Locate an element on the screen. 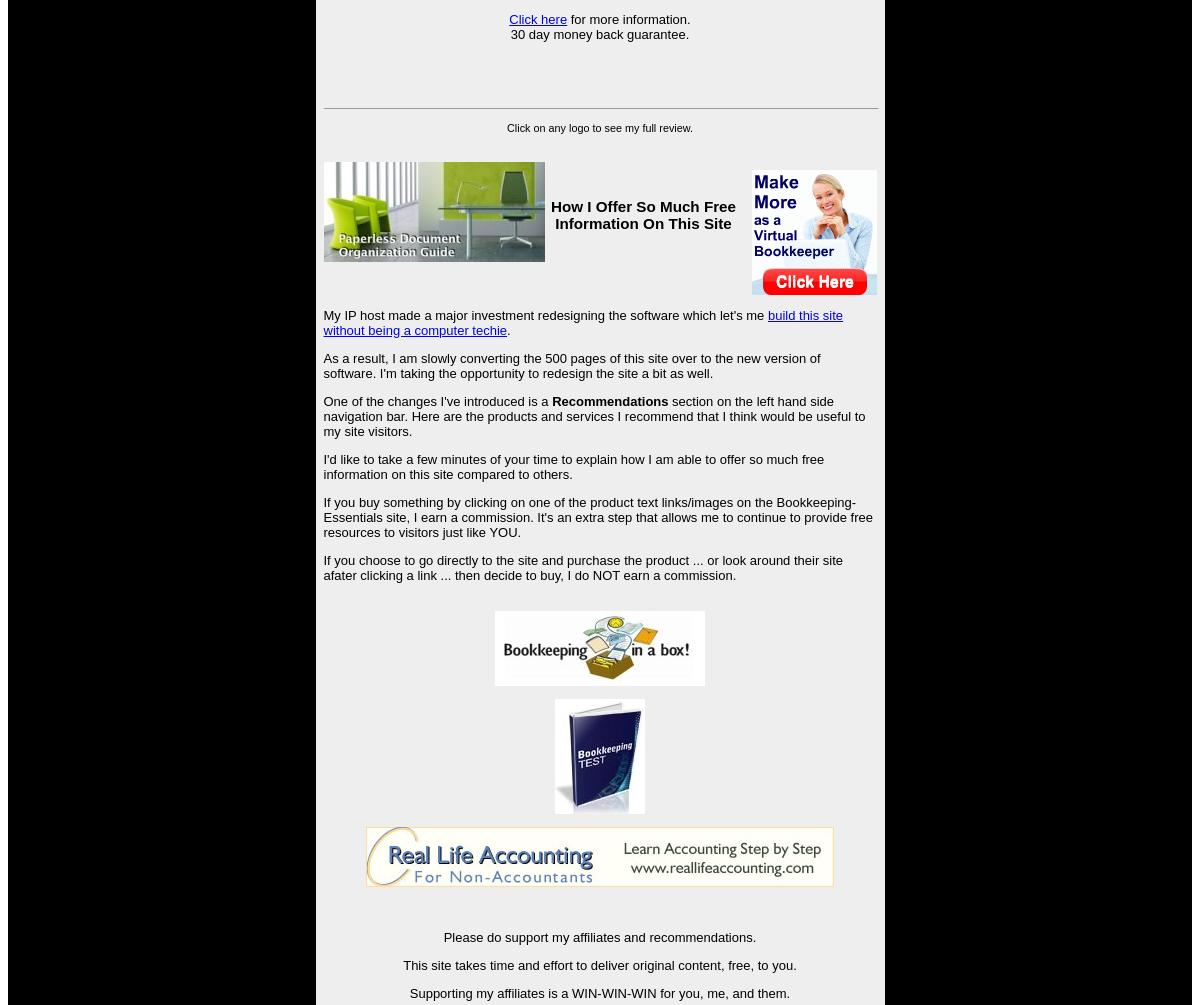  'Please do support my affiliates and recommendations.' is located at coordinates (598, 935).